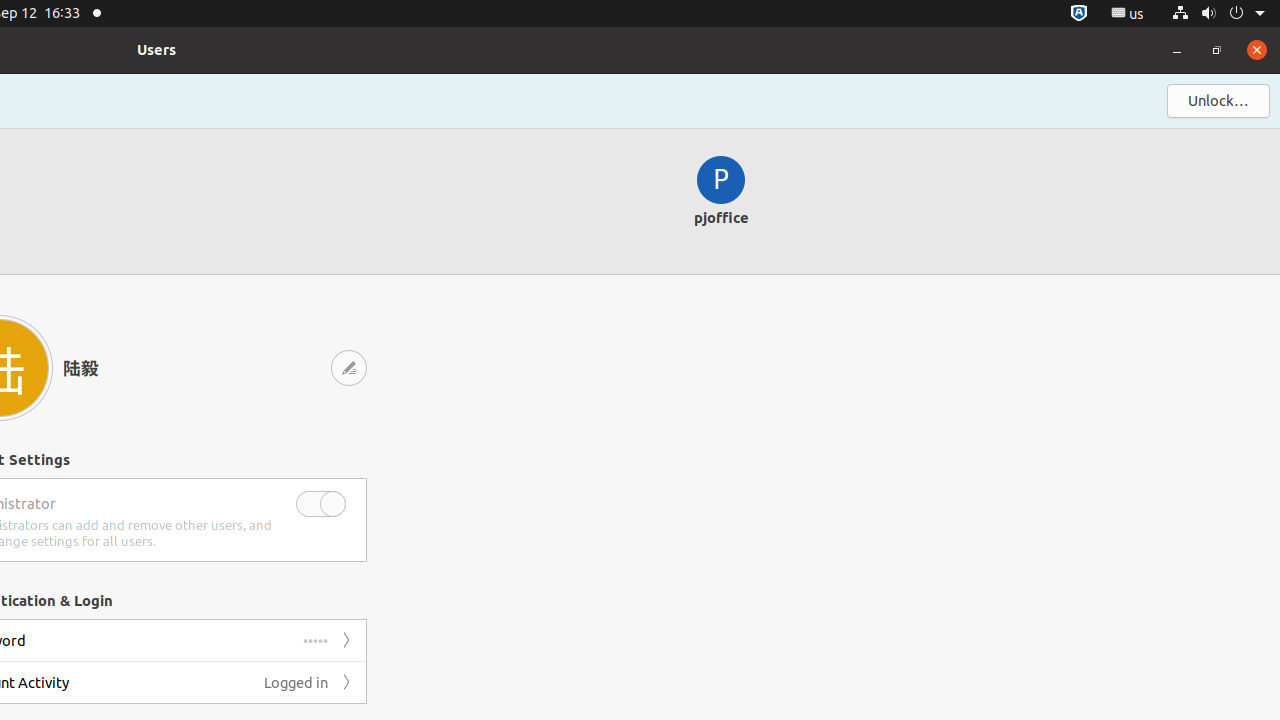  I want to click on 'pjoffice', so click(720, 201).